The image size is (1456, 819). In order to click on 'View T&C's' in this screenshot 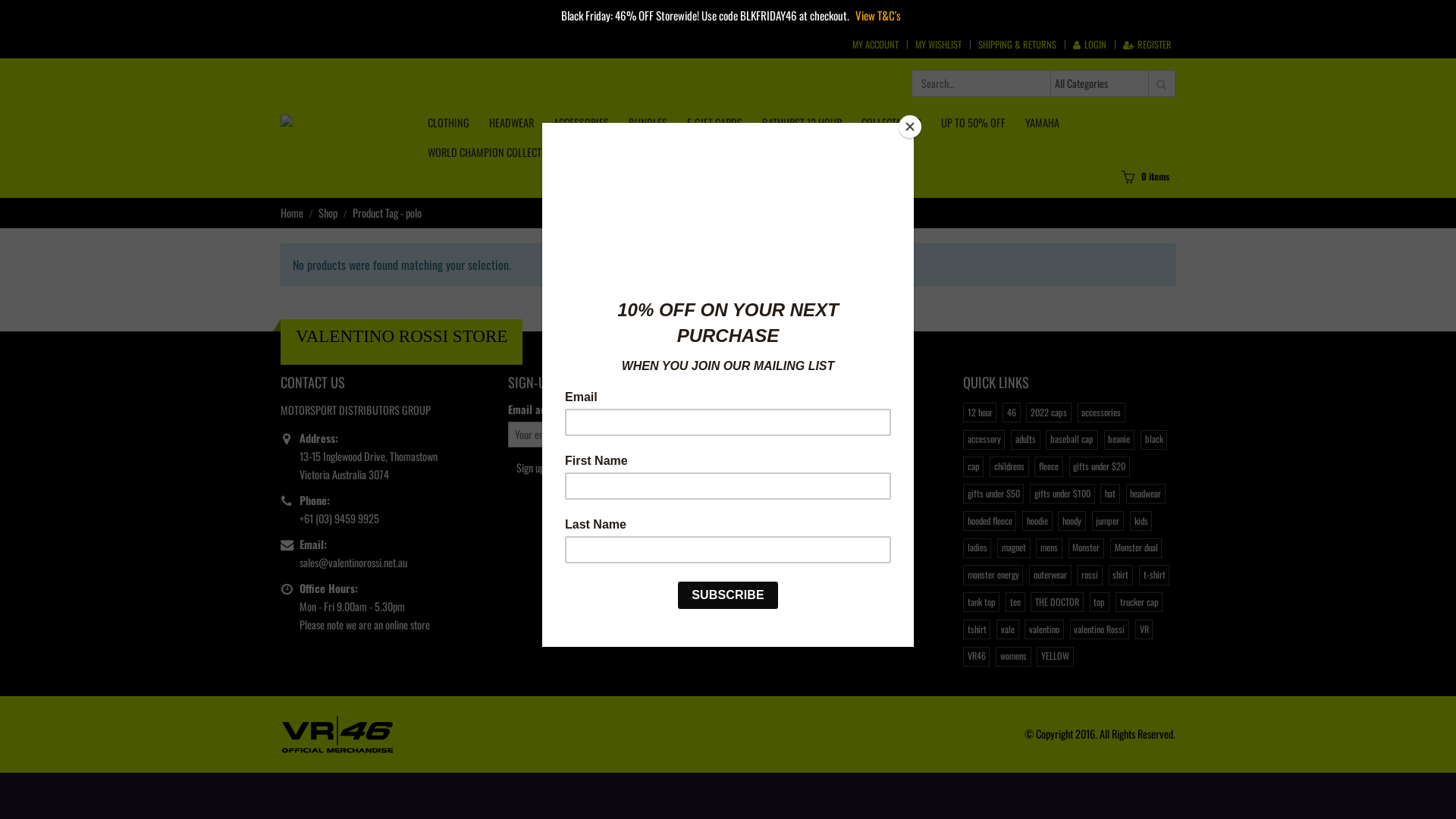, I will do `click(877, 14)`.